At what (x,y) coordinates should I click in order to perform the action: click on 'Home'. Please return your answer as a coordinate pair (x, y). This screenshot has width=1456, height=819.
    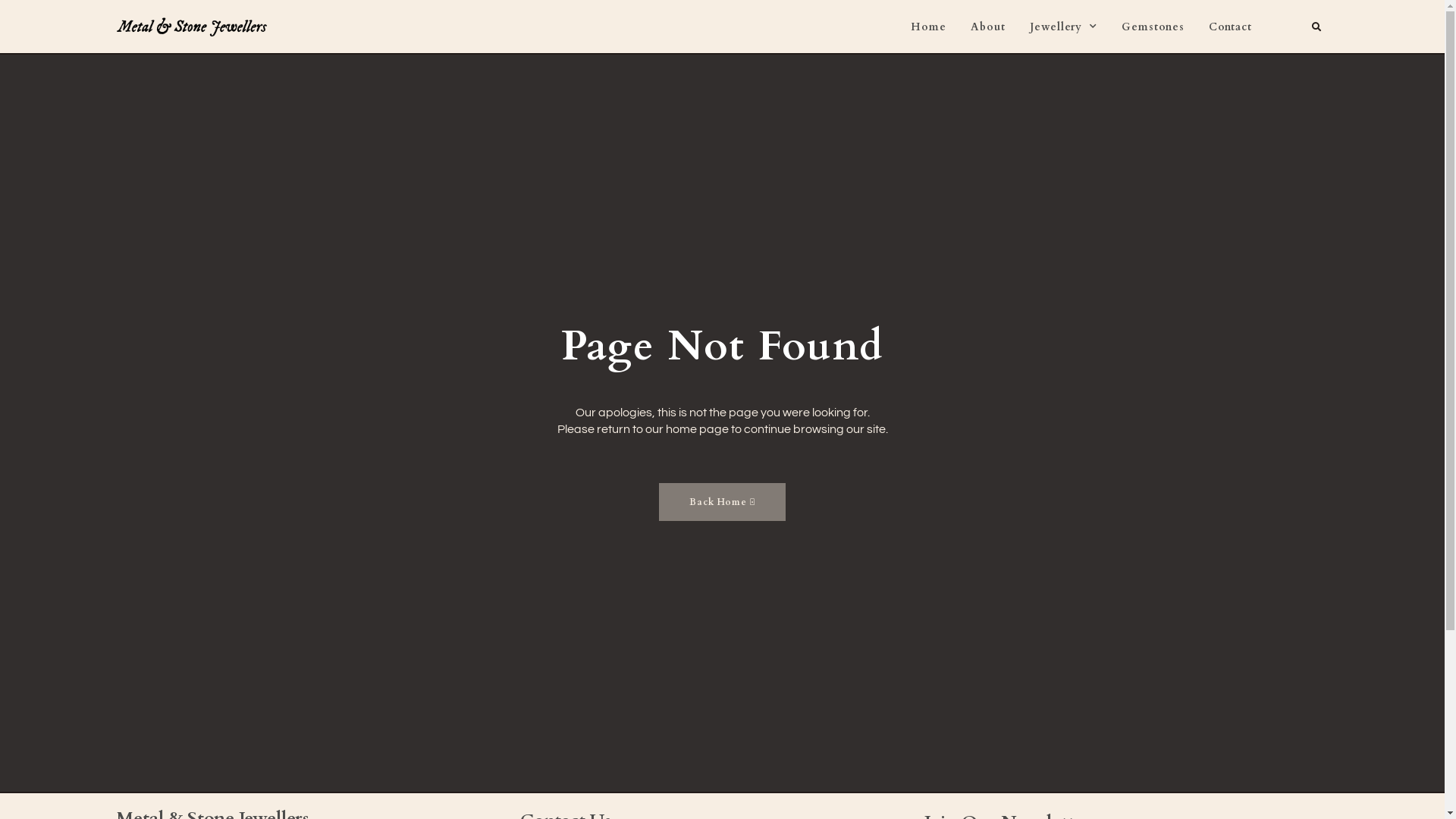
    Looking at the image, I should click on (927, 27).